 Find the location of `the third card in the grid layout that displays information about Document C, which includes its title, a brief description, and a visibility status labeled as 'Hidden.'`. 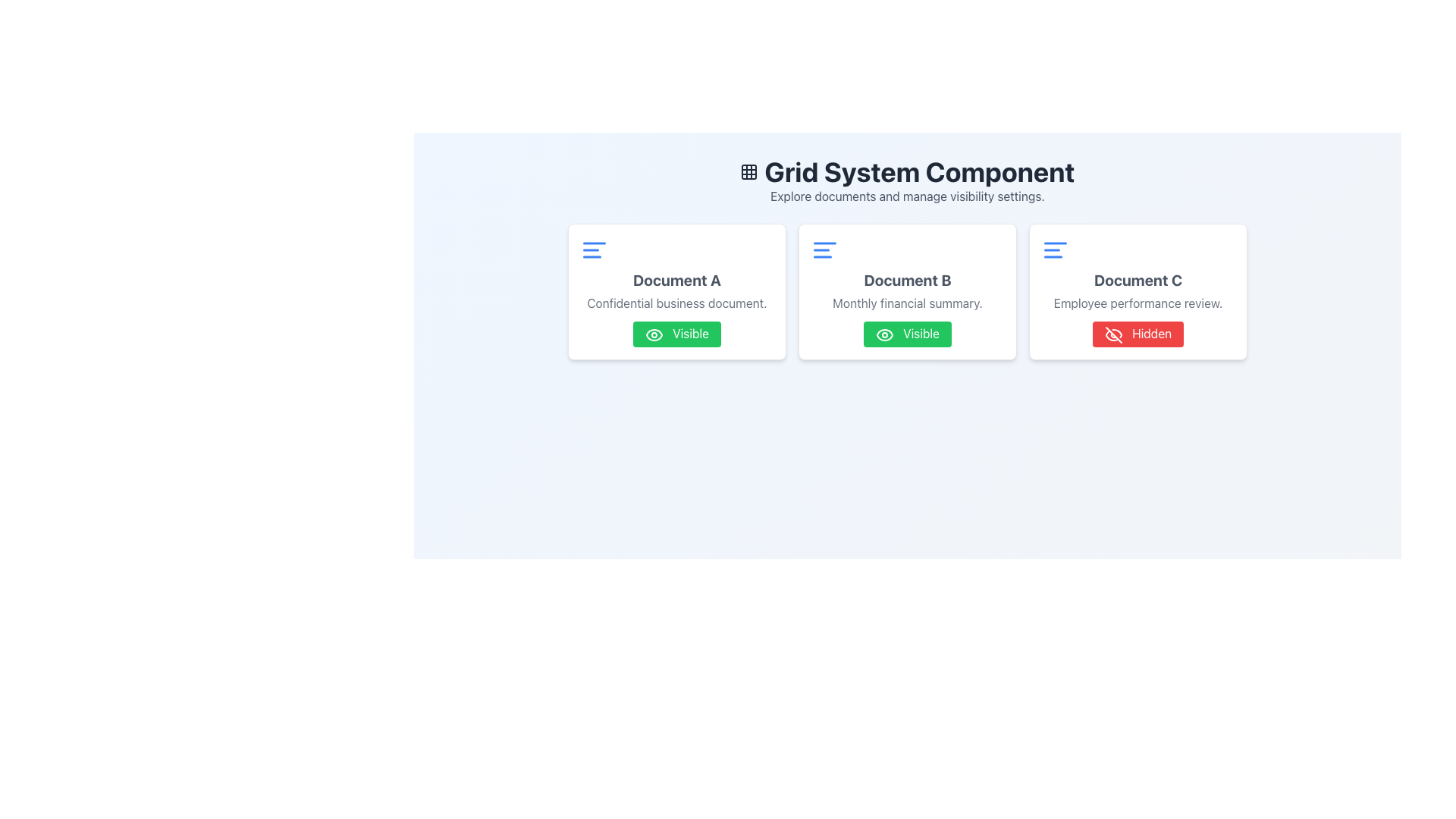

the third card in the grid layout that displays information about Document C, which includes its title, a brief description, and a visibility status labeled as 'Hidden.' is located at coordinates (1138, 291).